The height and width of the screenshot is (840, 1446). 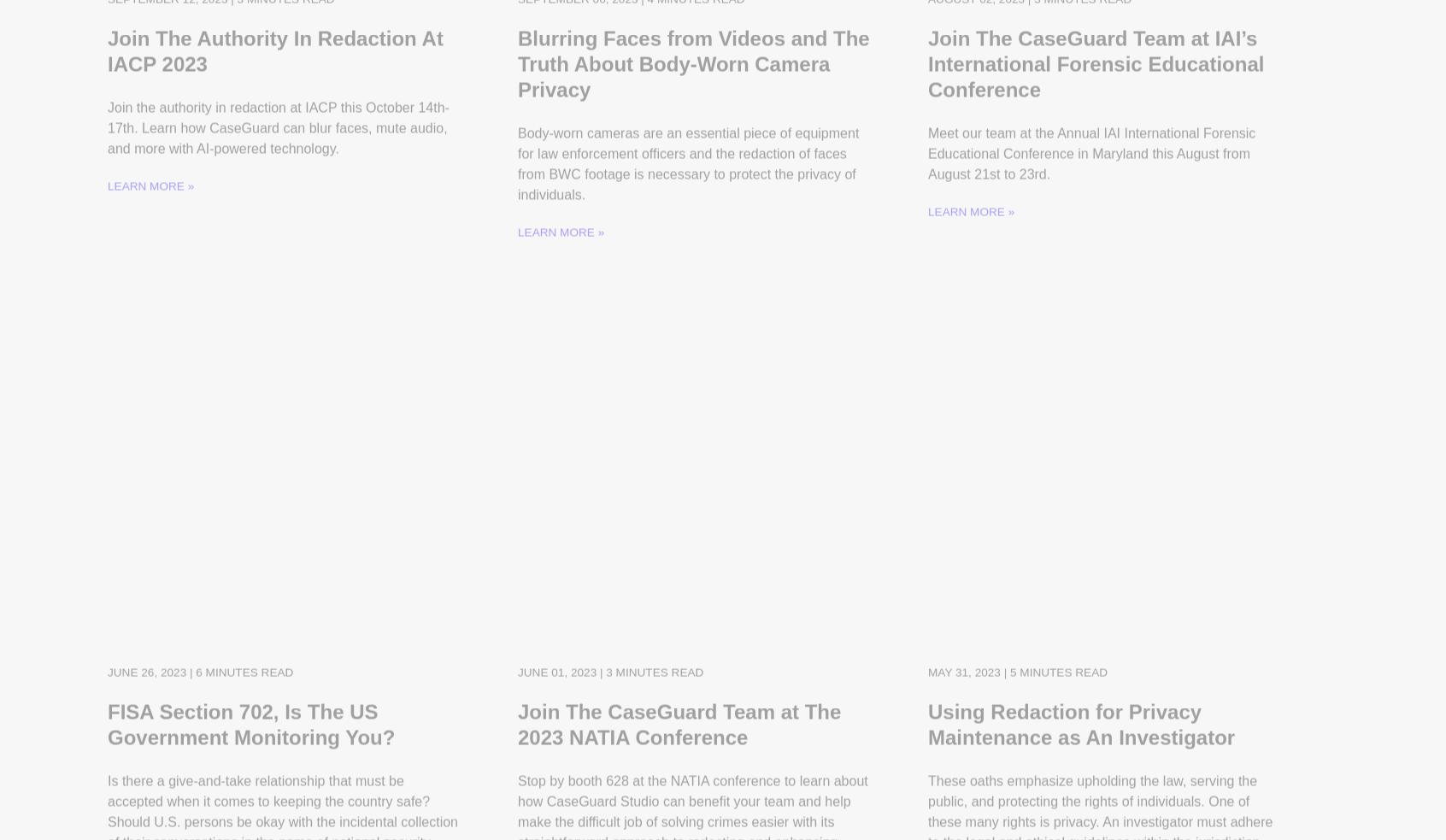 What do you see at coordinates (1081, 708) in the screenshot?
I see `'Using Redaction for Privacy Maintenance as An Investigator'` at bounding box center [1081, 708].